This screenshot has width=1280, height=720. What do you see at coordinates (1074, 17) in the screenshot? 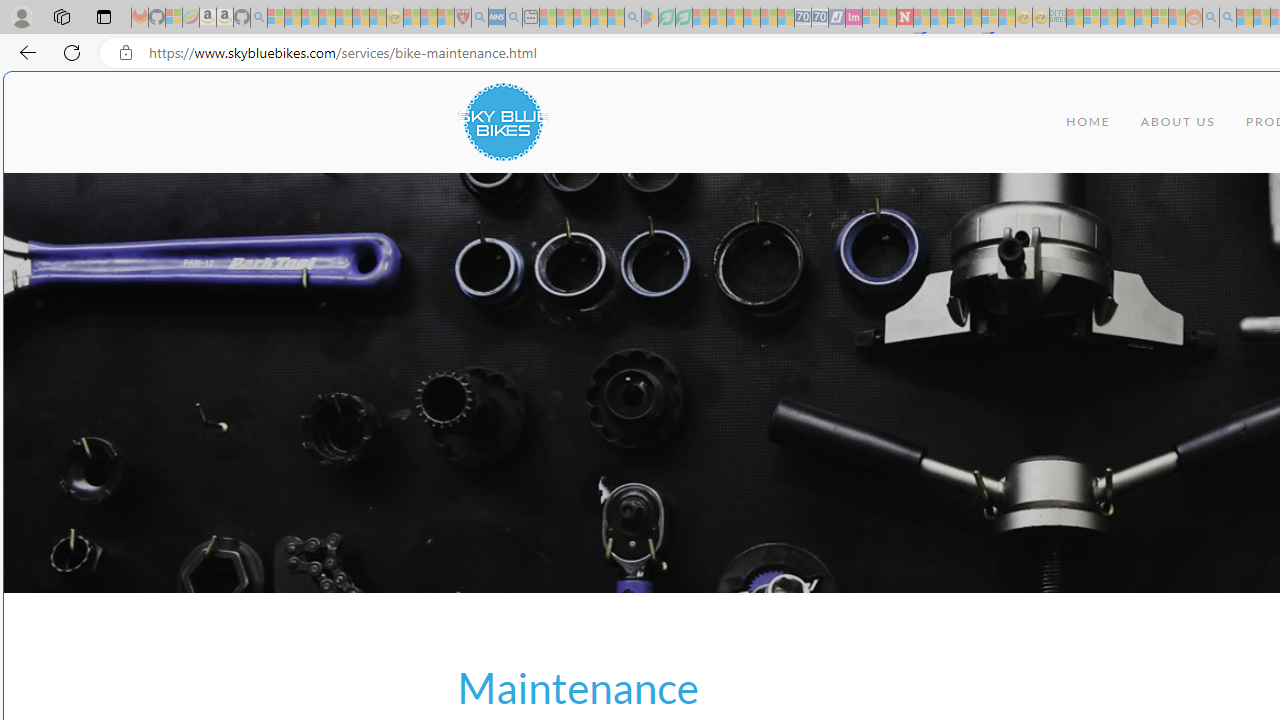
I see `'MSNBC - MSN - Sleeping'` at bounding box center [1074, 17].